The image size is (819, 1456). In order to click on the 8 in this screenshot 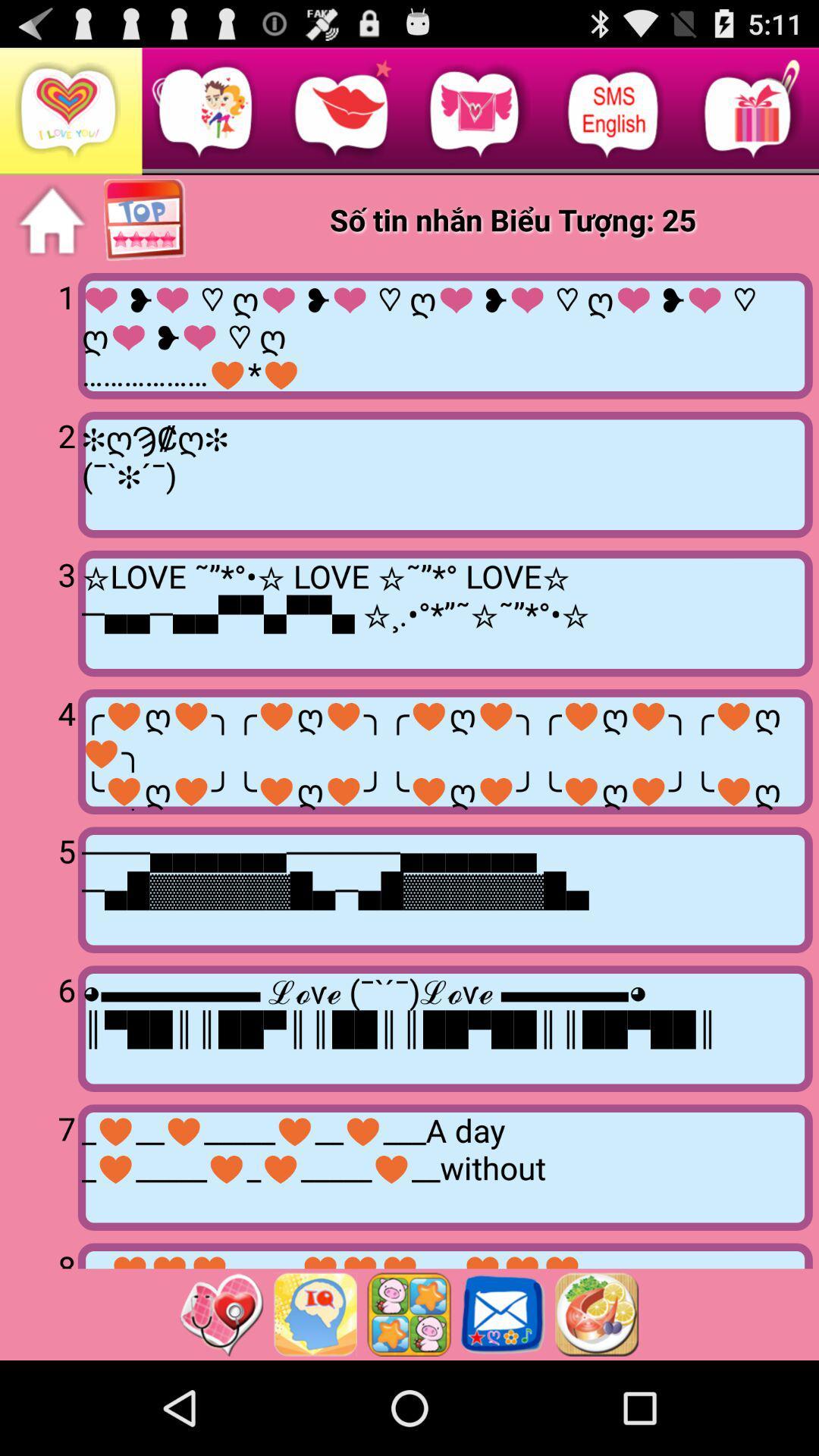, I will do `click(41, 1256)`.